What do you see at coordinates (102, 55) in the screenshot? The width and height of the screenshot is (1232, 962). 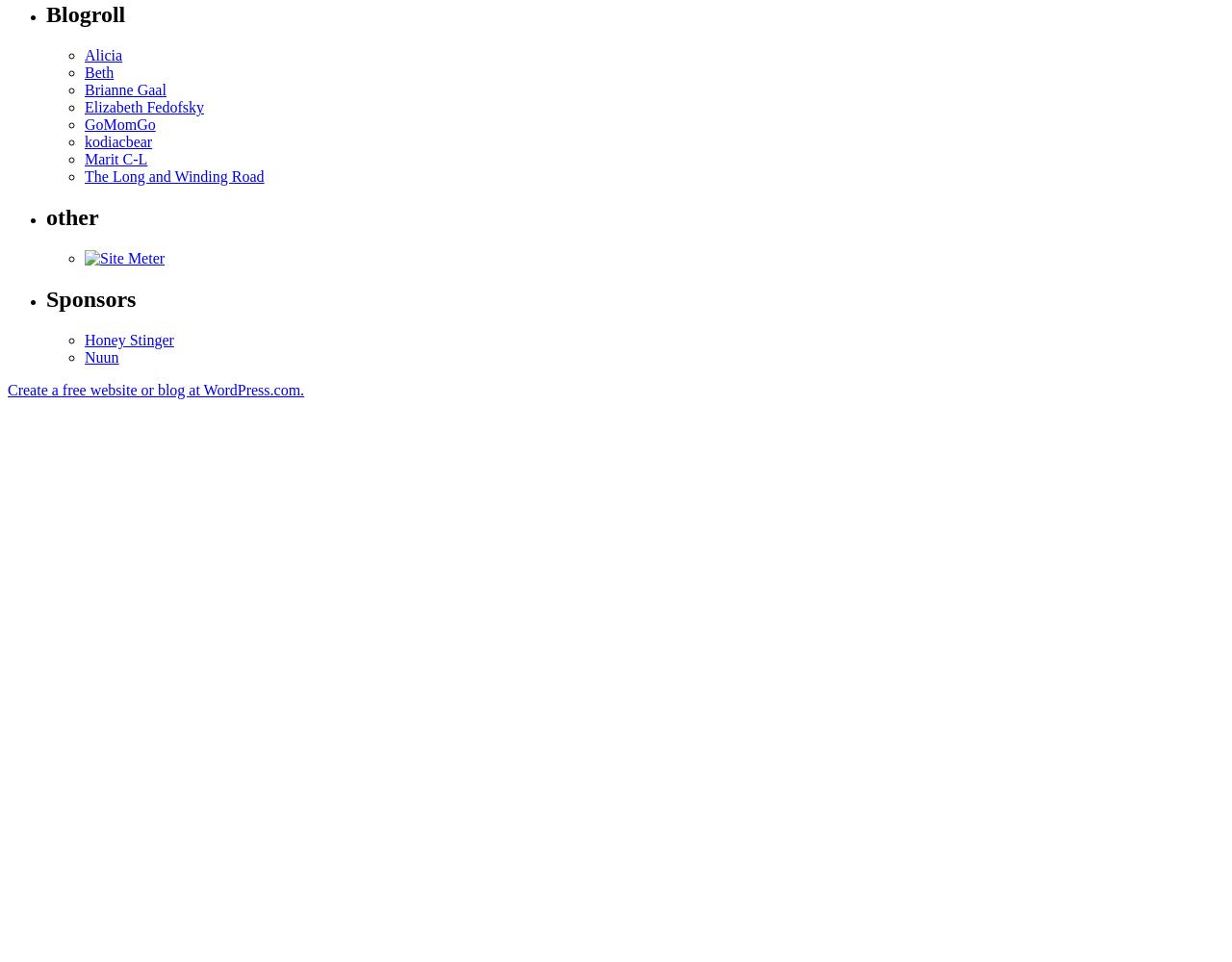 I see `'Alicia'` at bounding box center [102, 55].